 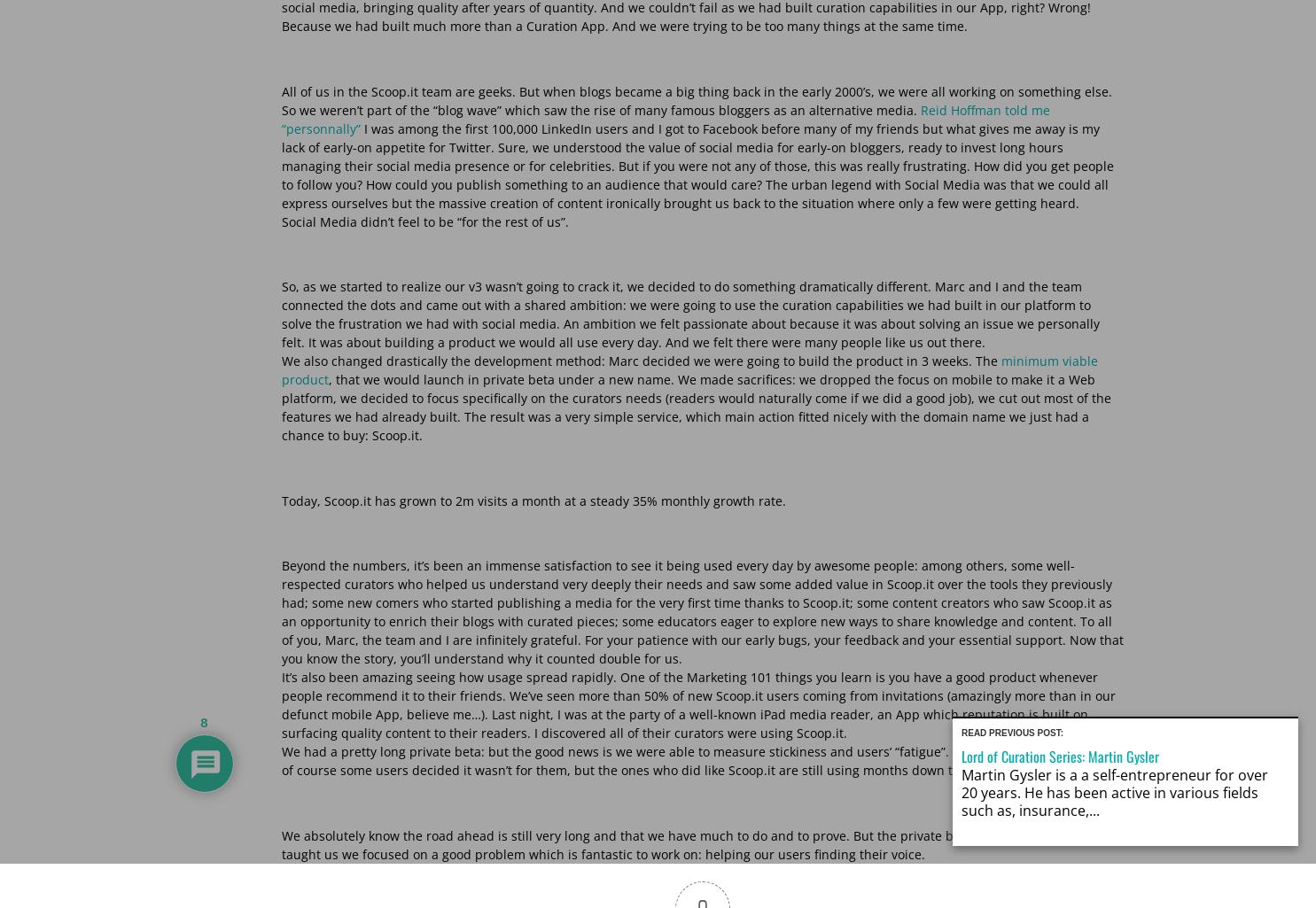 I want to click on 'All of us in the Scoop.it team are geeks. But when blogs became a big thing back in the early 2000’s, we were all working on something else. So we weren’t part of the “blog wave” which saw the rise of many famous bloggers as an alternative media.', so click(x=280, y=99).